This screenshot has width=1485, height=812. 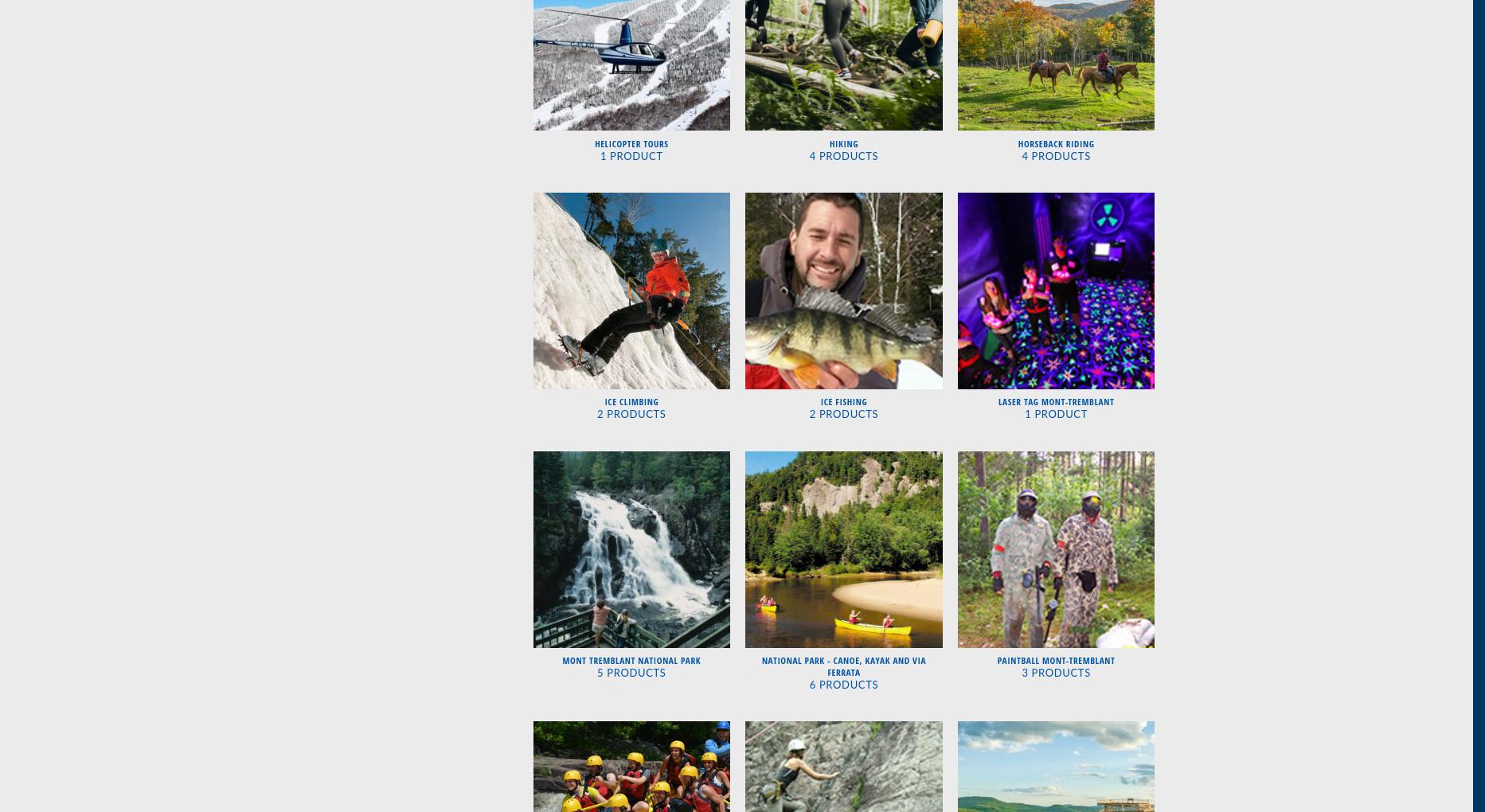 I want to click on '3 Products', so click(x=1055, y=673).